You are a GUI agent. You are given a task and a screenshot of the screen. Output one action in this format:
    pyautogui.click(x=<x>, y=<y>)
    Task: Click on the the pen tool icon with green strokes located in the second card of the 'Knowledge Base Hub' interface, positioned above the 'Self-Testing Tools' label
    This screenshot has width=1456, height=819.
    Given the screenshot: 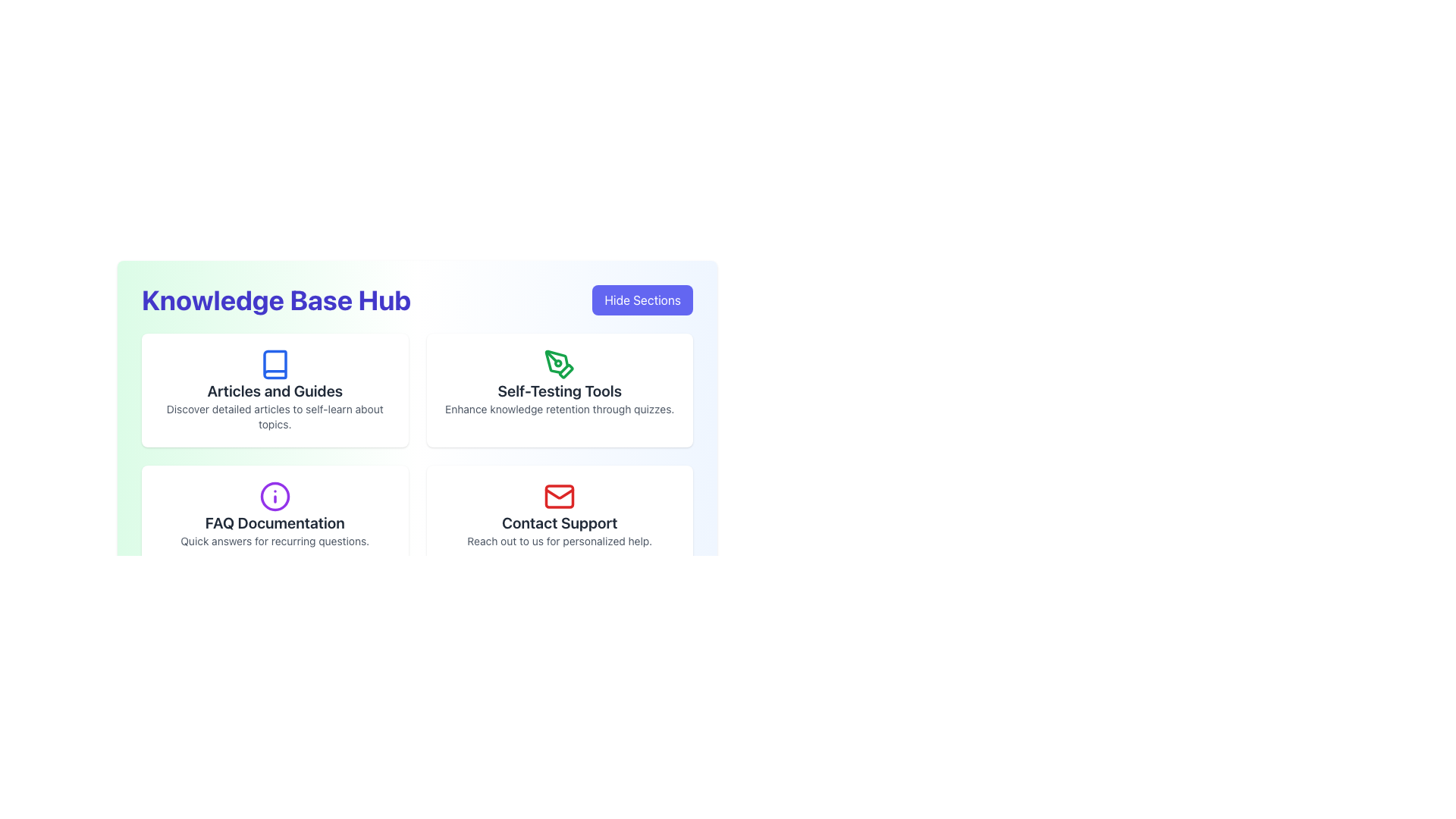 What is the action you would take?
    pyautogui.click(x=559, y=365)
    